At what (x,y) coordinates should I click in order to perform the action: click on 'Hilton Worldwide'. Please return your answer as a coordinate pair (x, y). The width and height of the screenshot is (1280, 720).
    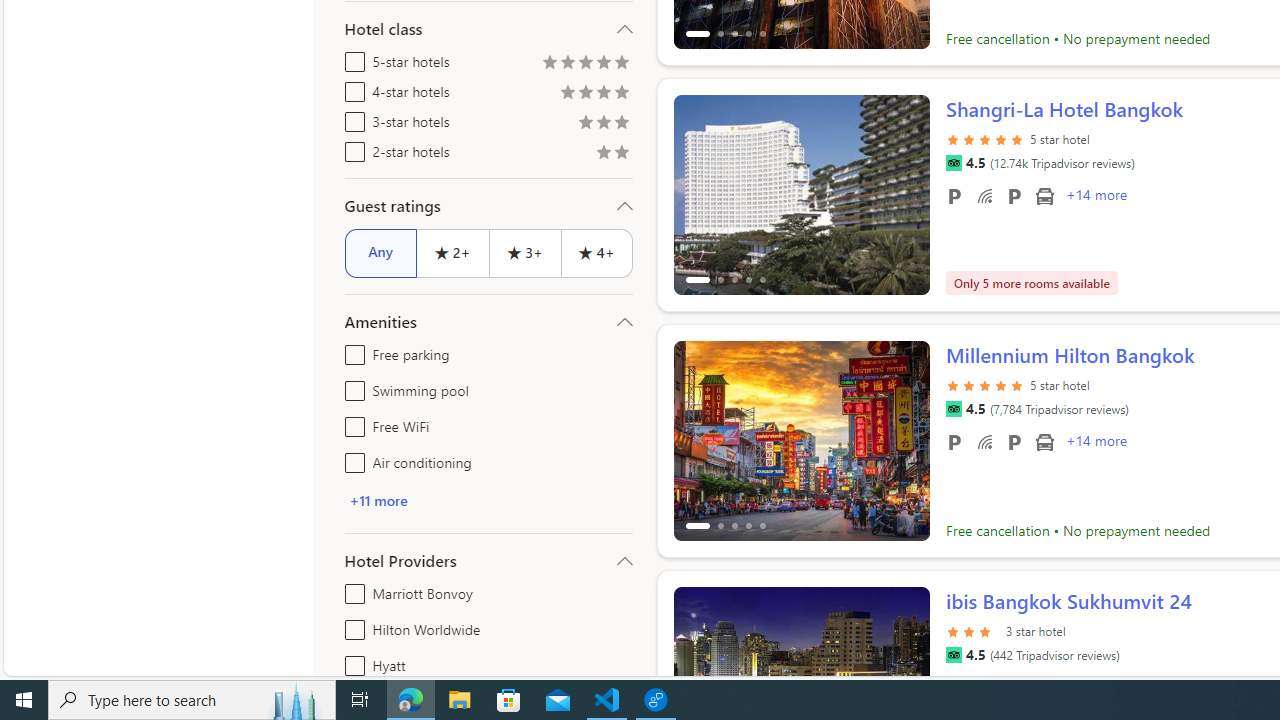
    Looking at the image, I should click on (351, 625).